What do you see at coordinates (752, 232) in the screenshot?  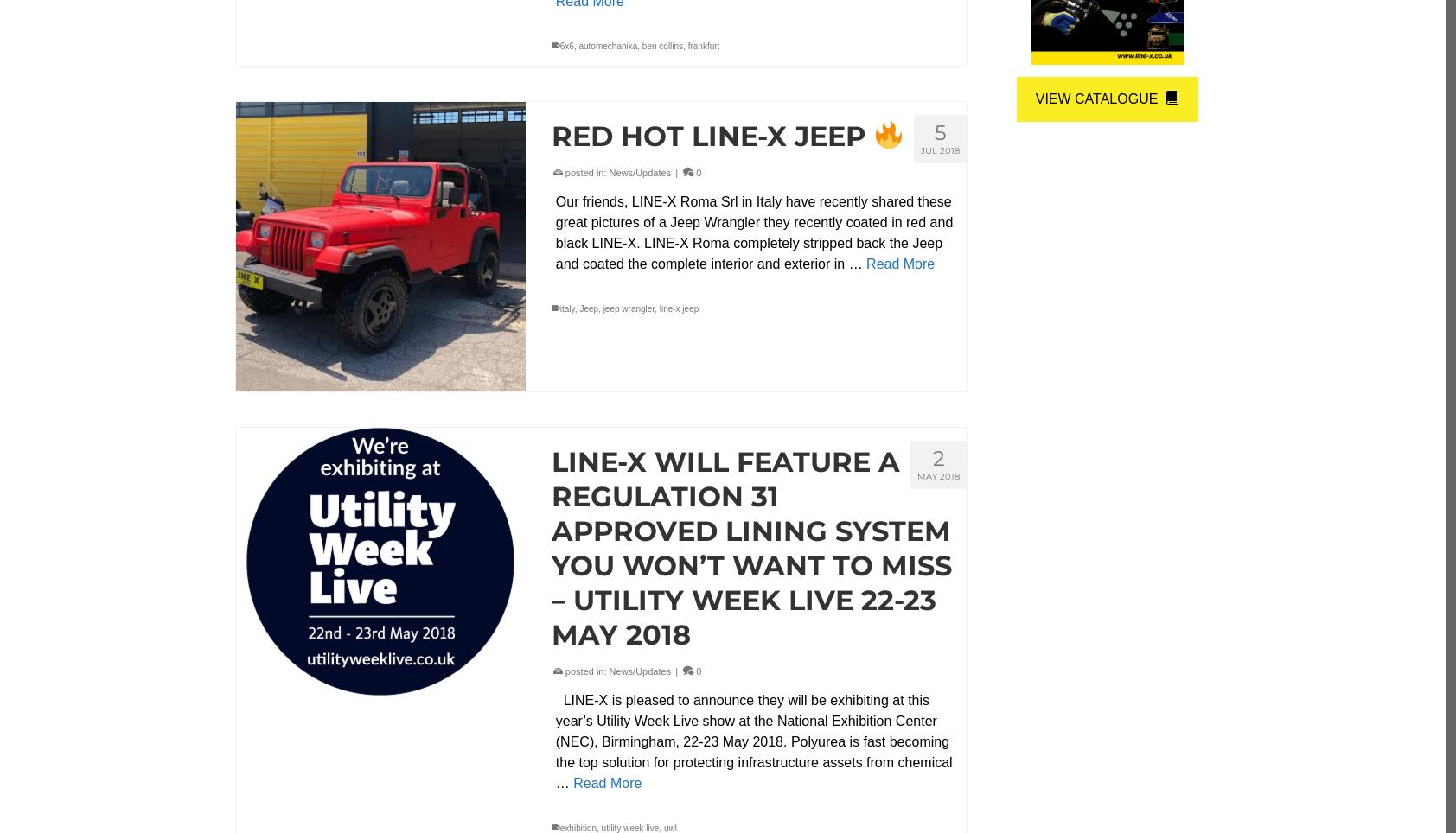 I see `'Our friends, LINE-X Roma Srl in Italy have recently shared these great pictures of a Jeep Wrangler they recently coated in red and black LINE-X. LINE-X Roma completely stripped back the Jeep and coated the complete interior and exterior in …'` at bounding box center [752, 232].